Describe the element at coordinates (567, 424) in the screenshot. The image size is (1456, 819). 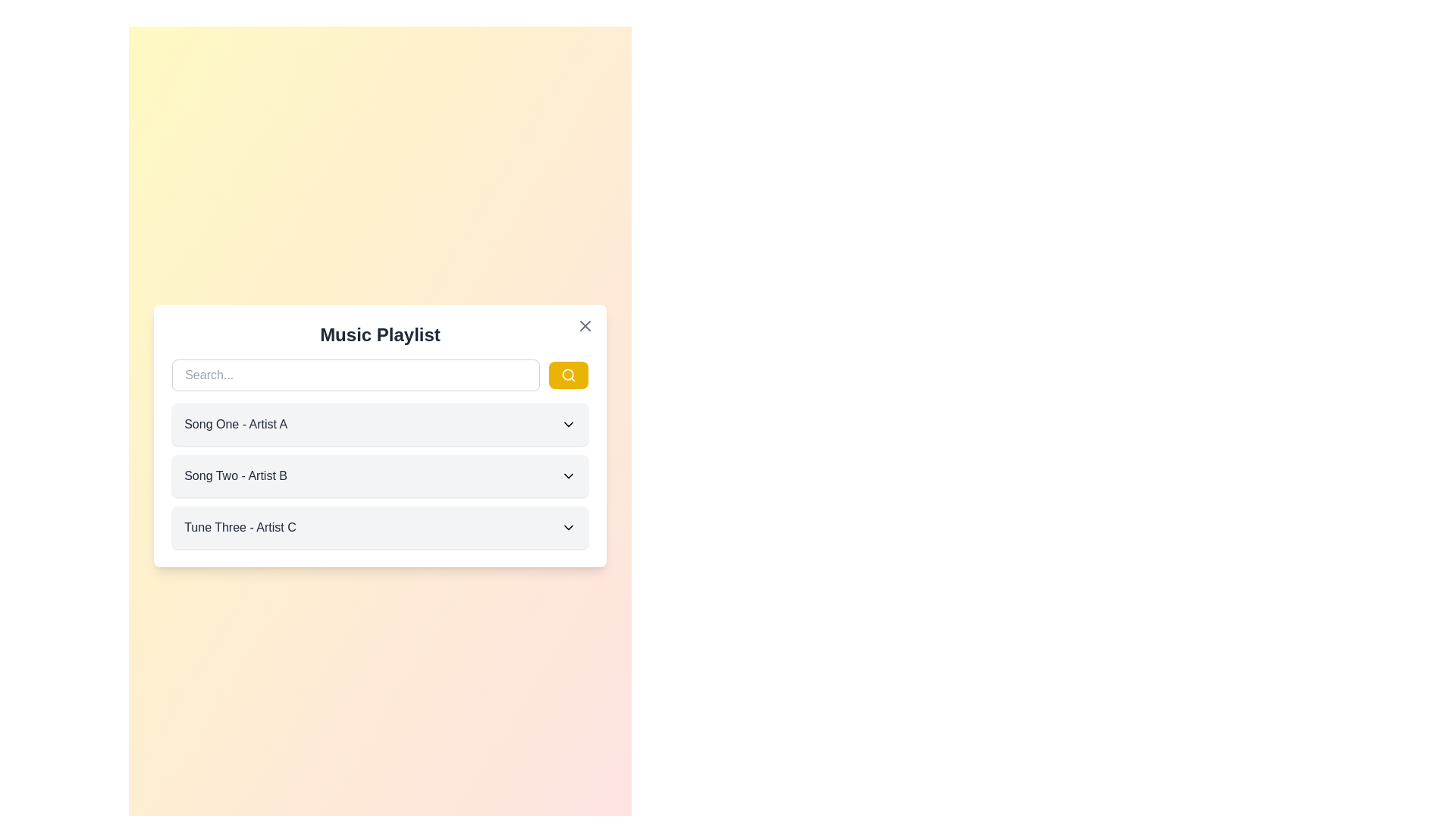
I see `the small, downward-pointing chevron icon located to the far-right of the row displaying 'Song One - Artist A'` at that location.